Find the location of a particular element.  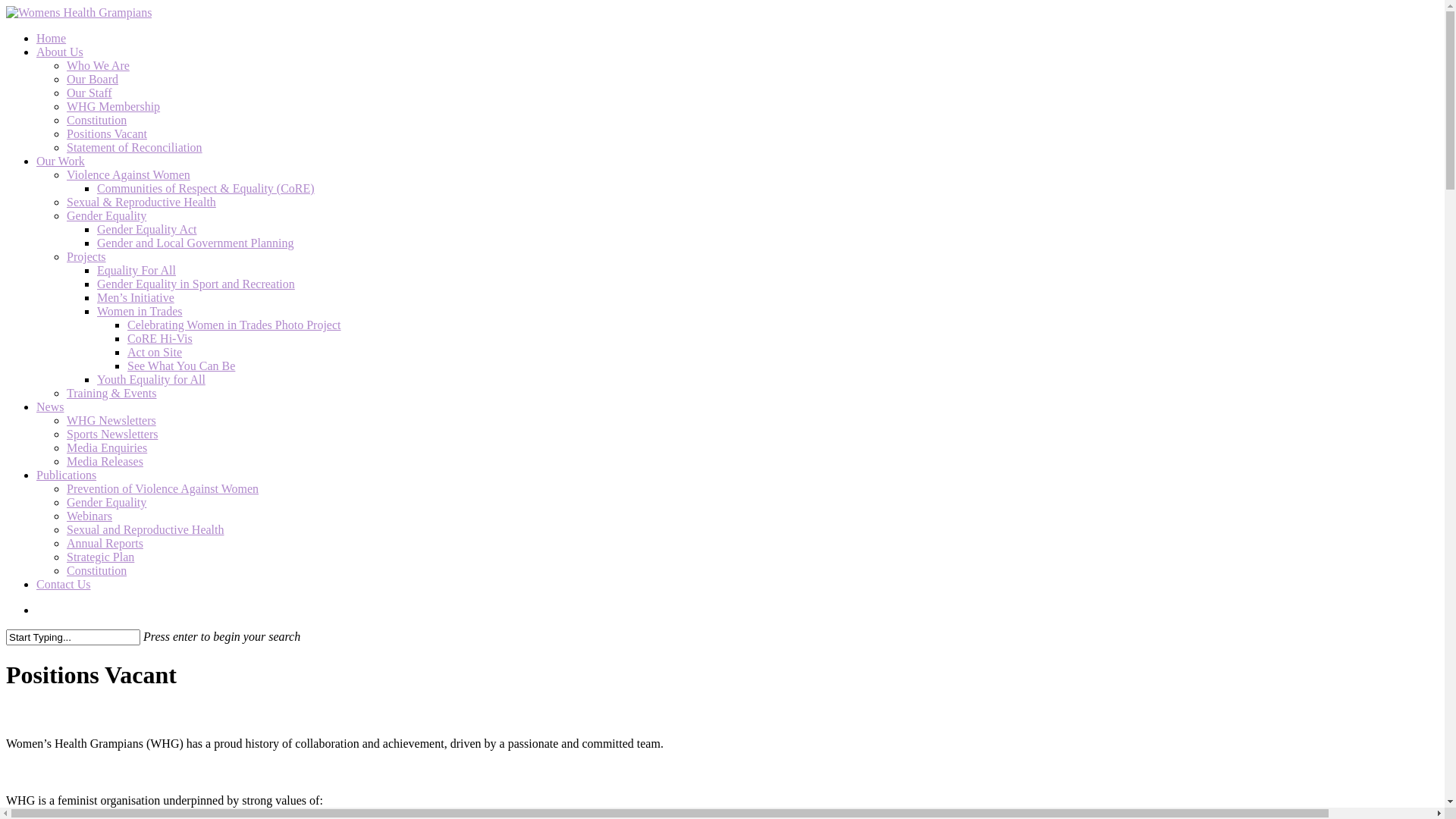

'Equality For All' is located at coordinates (136, 269).